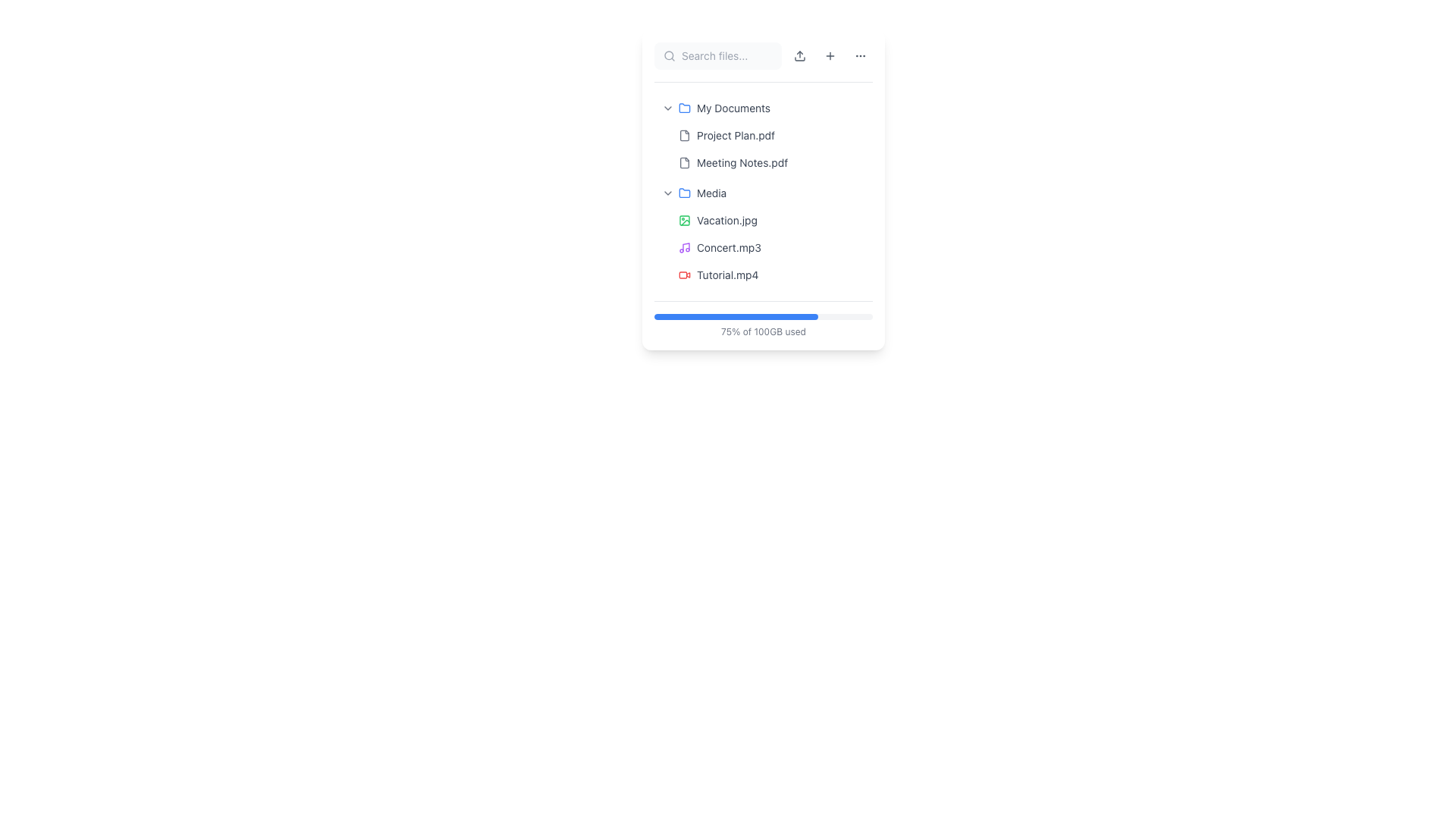  What do you see at coordinates (736, 315) in the screenshot?
I see `the progress indicator, which is a horizontal blue bar with a rounded design, representing the filled portion of a progress bar at the bottom of a white panel layout` at bounding box center [736, 315].